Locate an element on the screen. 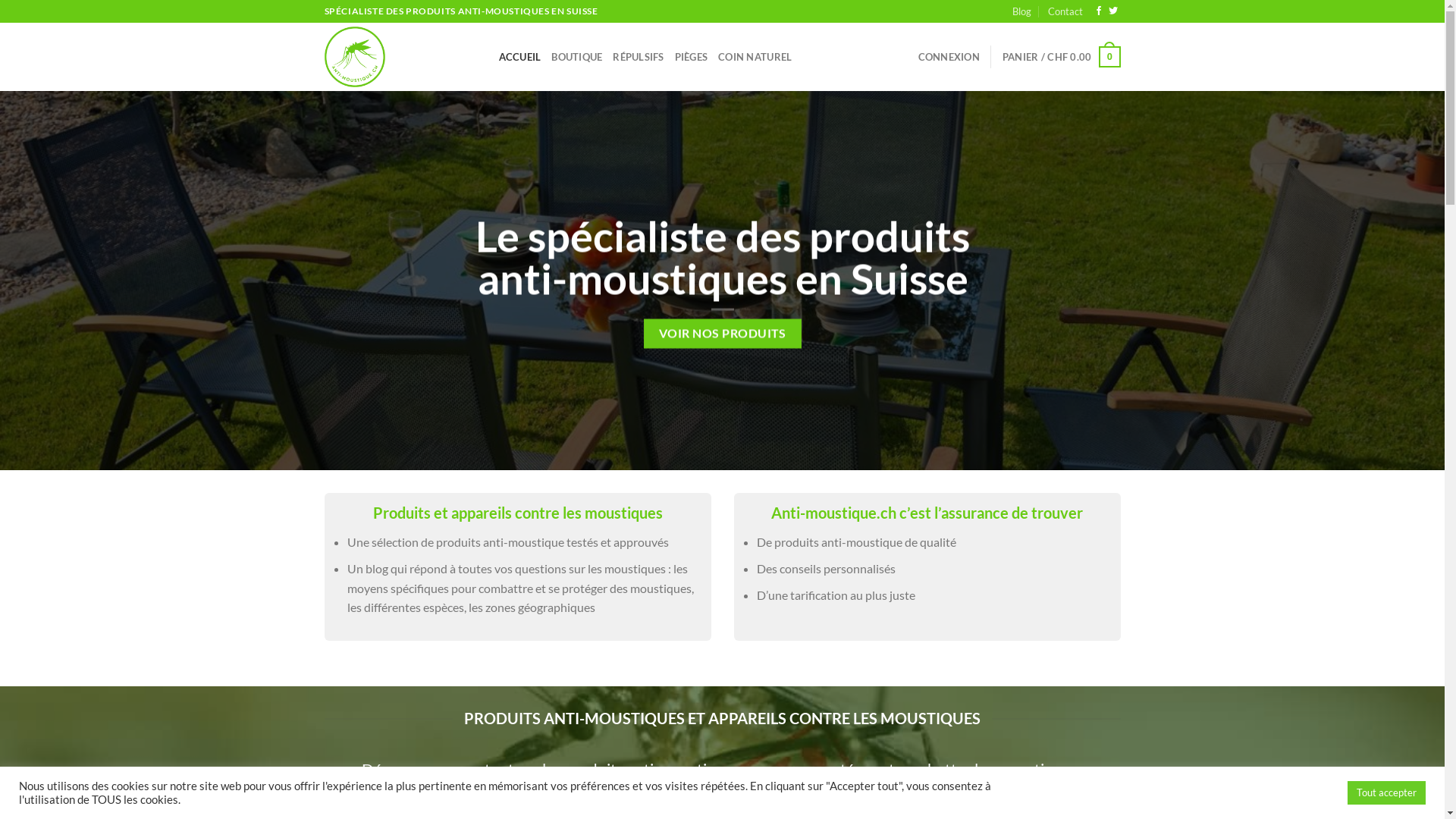  'Nous suivre sur Facebook' is located at coordinates (1099, 11).